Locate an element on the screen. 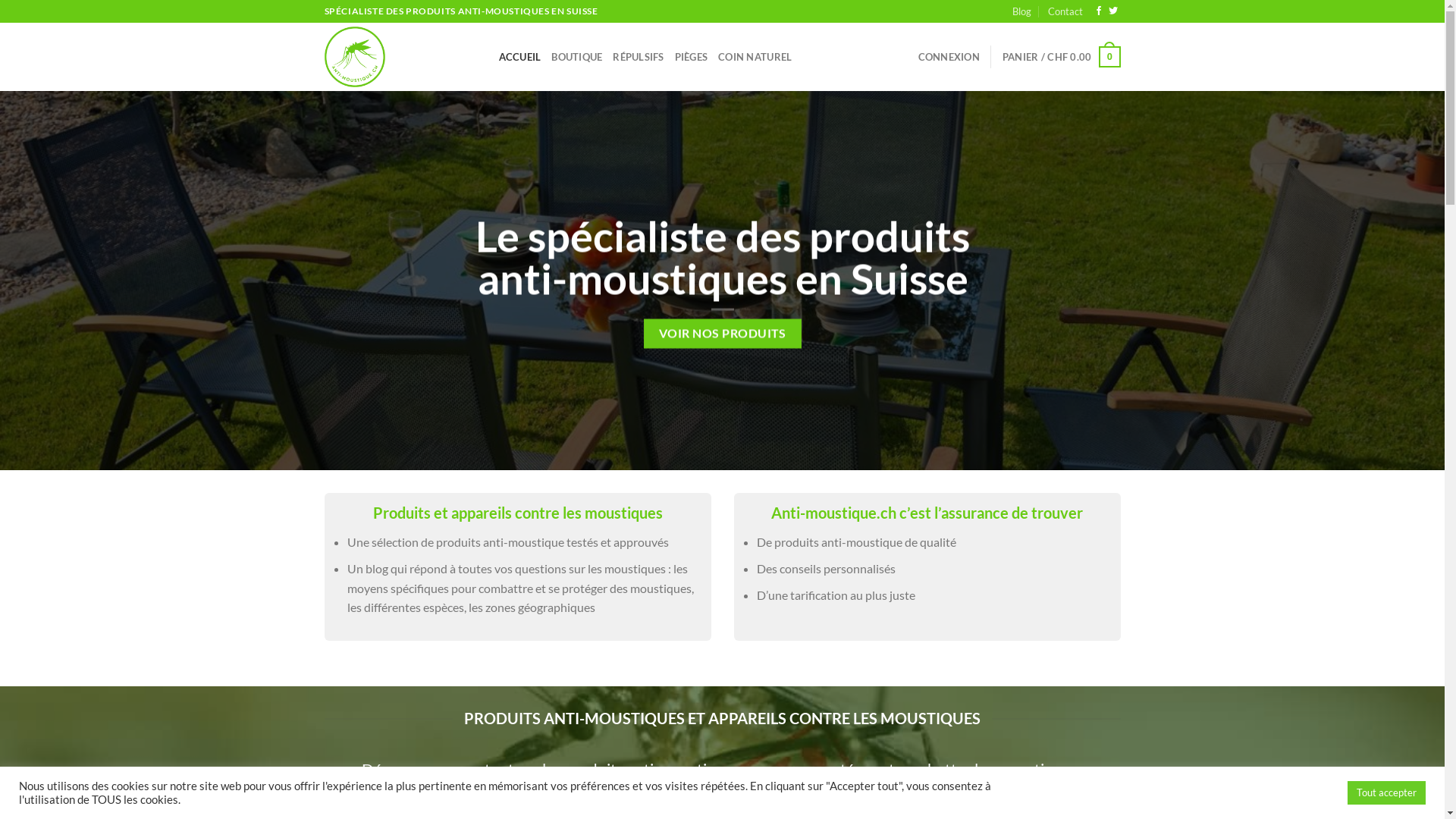  'Nous suivre sur Facebook' is located at coordinates (1099, 11).